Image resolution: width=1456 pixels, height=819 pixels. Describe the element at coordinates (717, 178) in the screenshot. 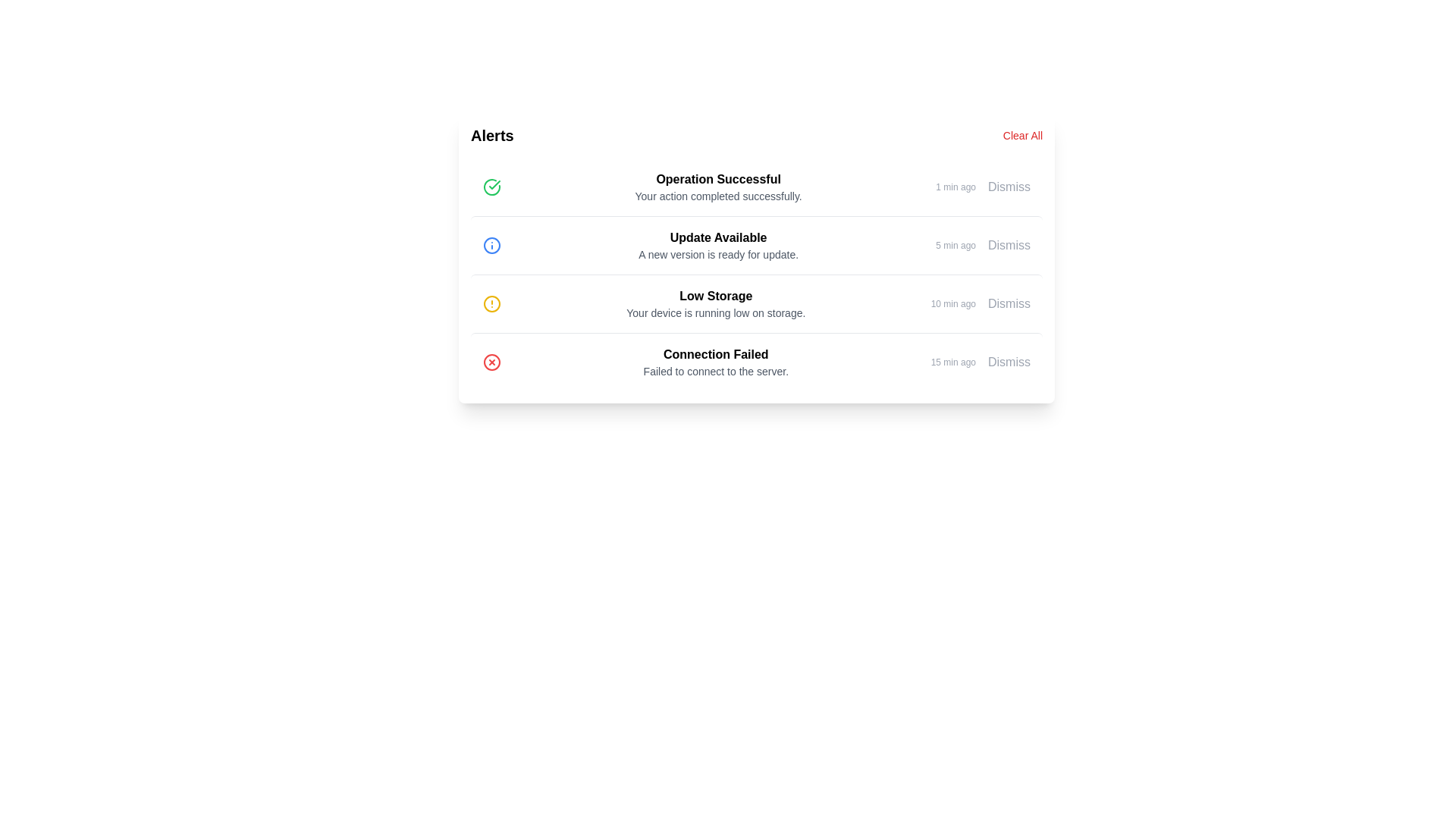

I see `the bold black text label that reads 'Operation Successful', prominently styled at the top of the notification list` at that location.